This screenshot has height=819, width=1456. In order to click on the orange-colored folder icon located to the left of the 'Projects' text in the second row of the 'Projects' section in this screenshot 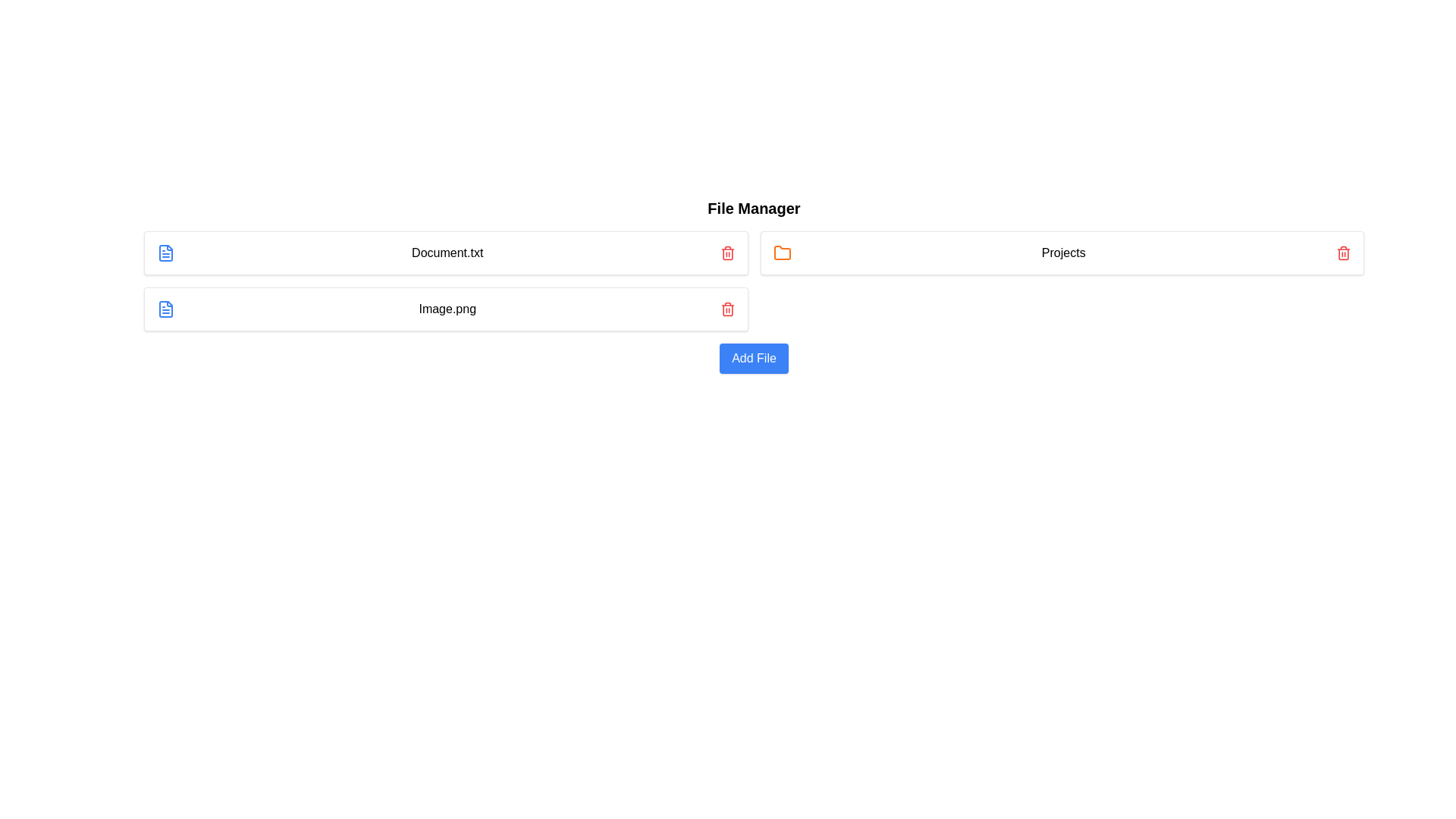, I will do `click(782, 253)`.